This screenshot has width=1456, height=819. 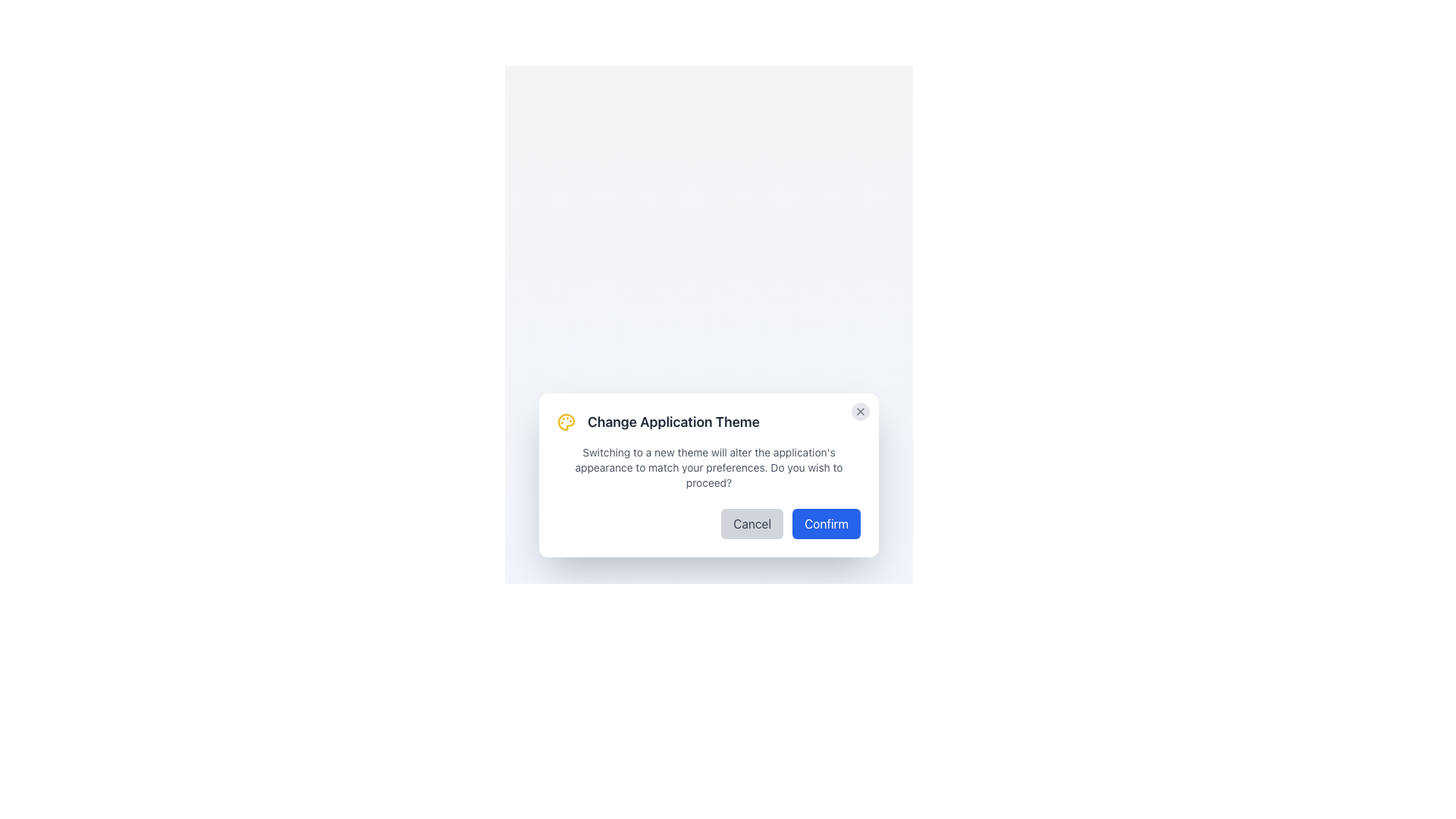 I want to click on the decorative icon representing color themes in the header section of the 'Change Application Theme' modal dialog box, so click(x=566, y=422).